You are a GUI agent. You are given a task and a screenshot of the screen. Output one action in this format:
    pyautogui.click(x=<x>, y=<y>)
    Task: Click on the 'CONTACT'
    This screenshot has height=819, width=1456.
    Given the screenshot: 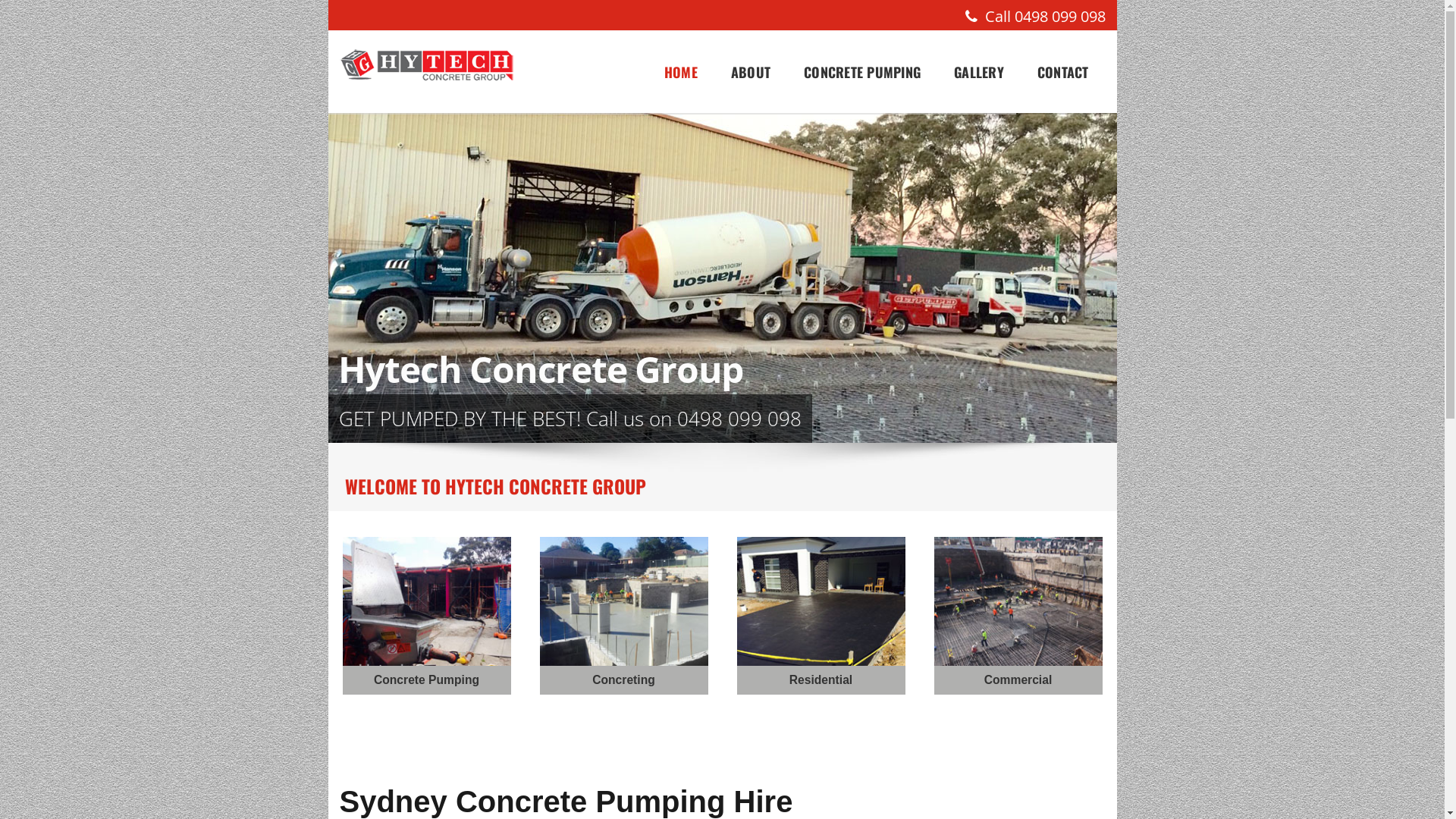 What is the action you would take?
    pyautogui.click(x=1062, y=71)
    